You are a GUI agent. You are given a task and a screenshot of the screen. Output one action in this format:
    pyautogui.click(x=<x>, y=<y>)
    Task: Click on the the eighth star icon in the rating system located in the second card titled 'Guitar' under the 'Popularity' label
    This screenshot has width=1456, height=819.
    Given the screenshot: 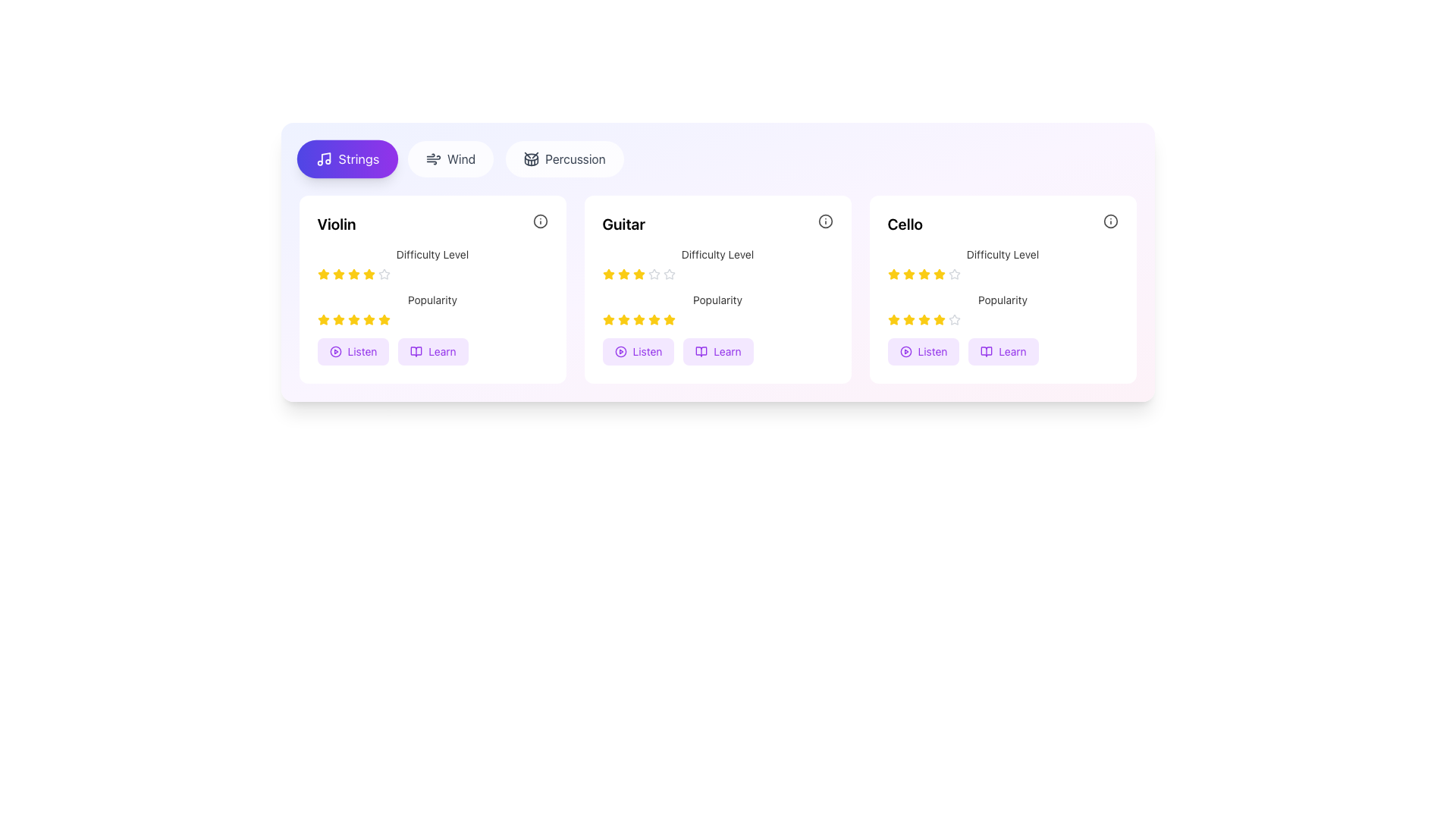 What is the action you would take?
    pyautogui.click(x=668, y=318)
    